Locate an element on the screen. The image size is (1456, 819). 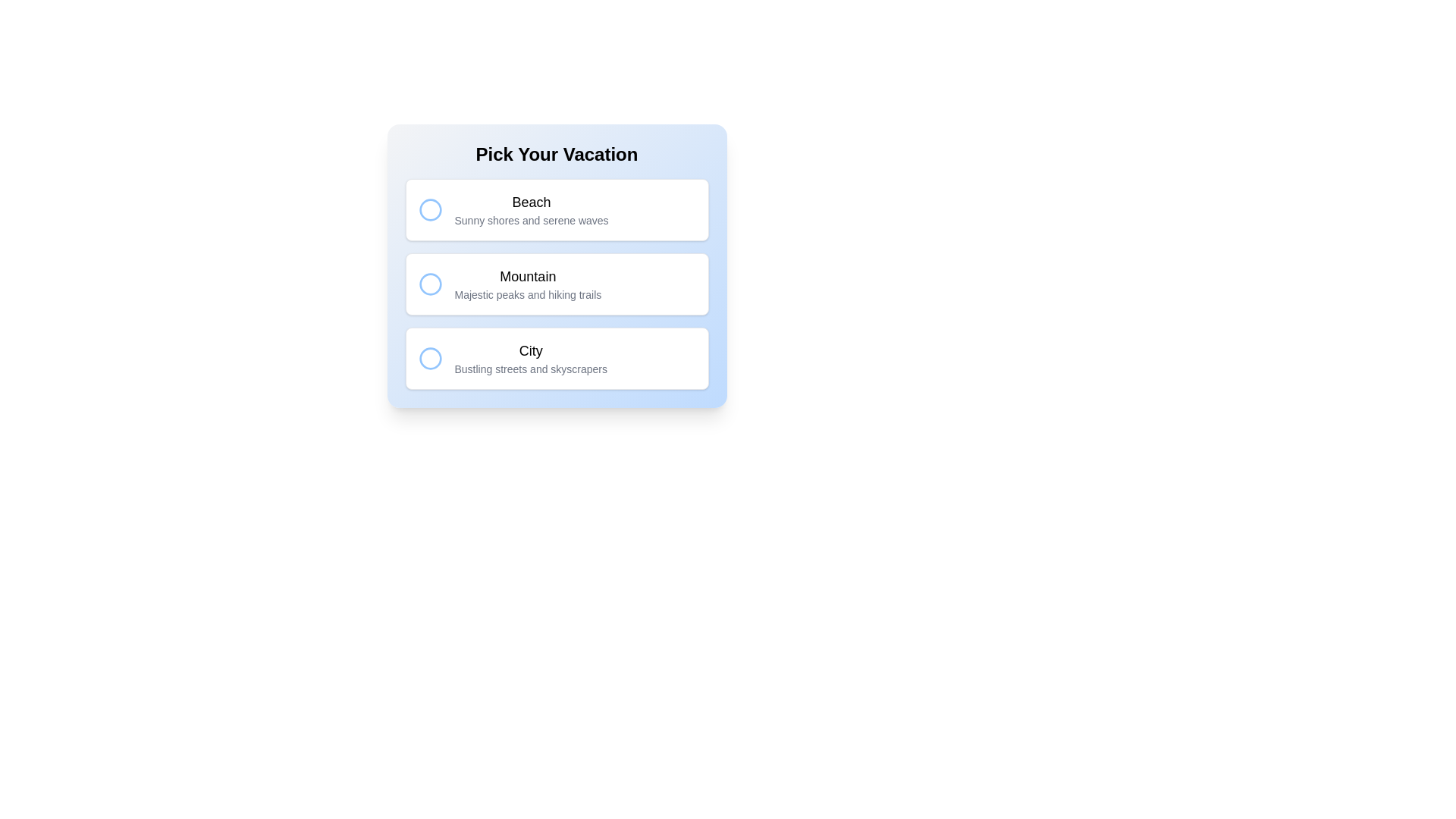
the text block that serves as a descriptive label for a selectable option, which includes both a title and a subtitle, located in the upper section of a vertically stacked list of options is located at coordinates (531, 210).